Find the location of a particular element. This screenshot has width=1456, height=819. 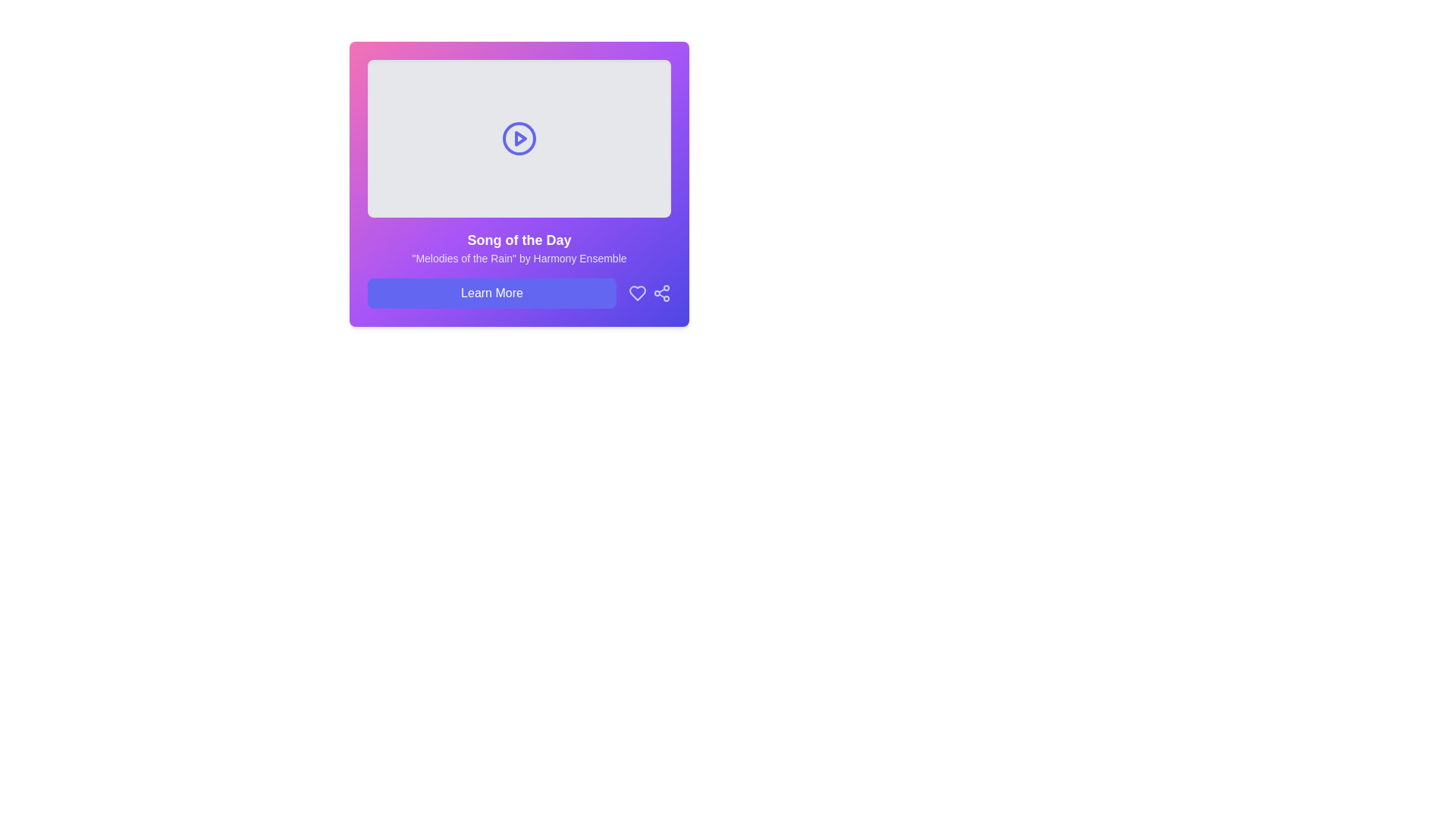

the outer circle of the play button icon located in the multimedia preview section of the 'Song of the Day' card is located at coordinates (519, 138).